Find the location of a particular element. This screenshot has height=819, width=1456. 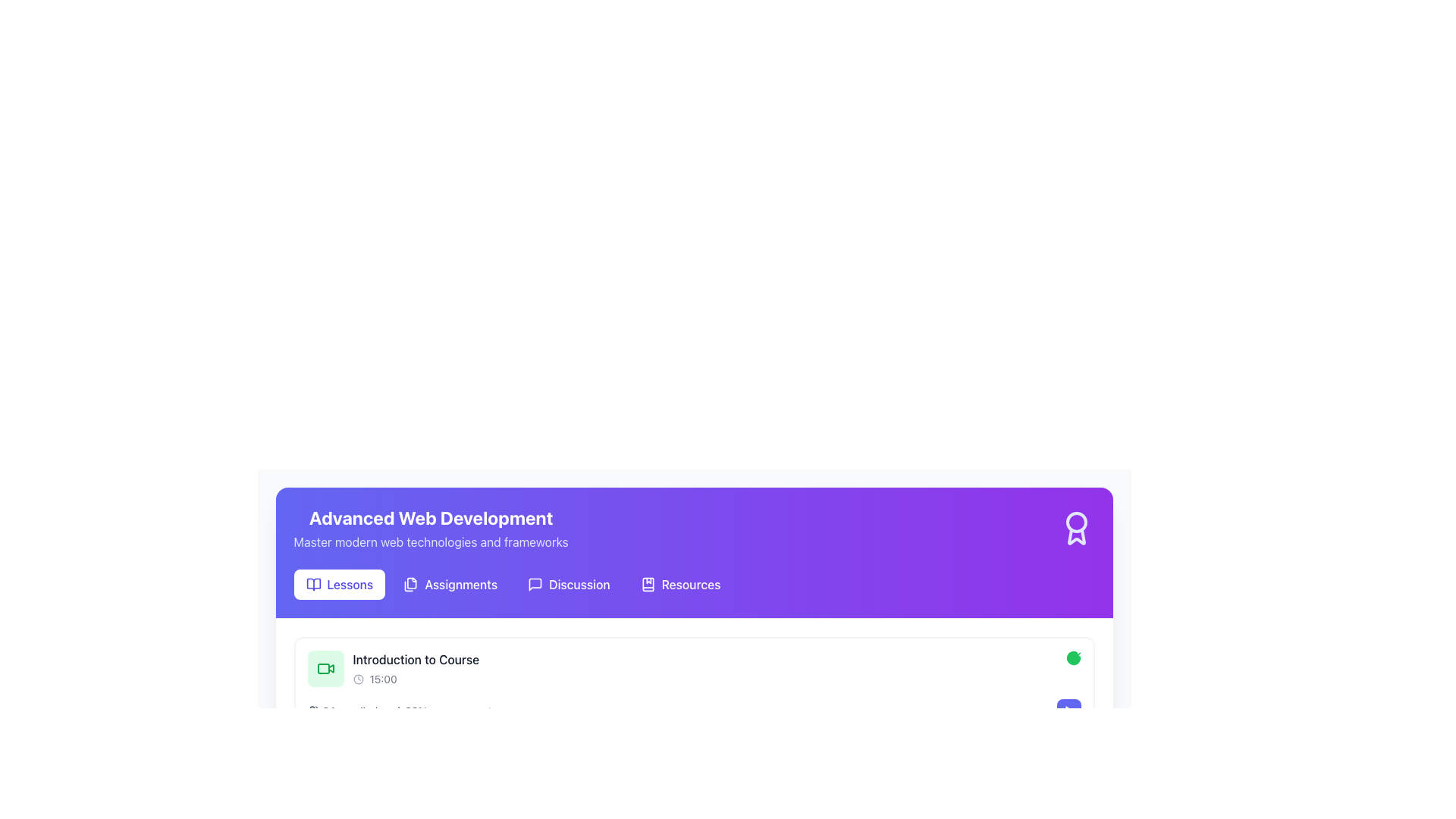

the visual representation of the clock icon located to the left of the text '15:00' in the course details section is located at coordinates (357, 678).